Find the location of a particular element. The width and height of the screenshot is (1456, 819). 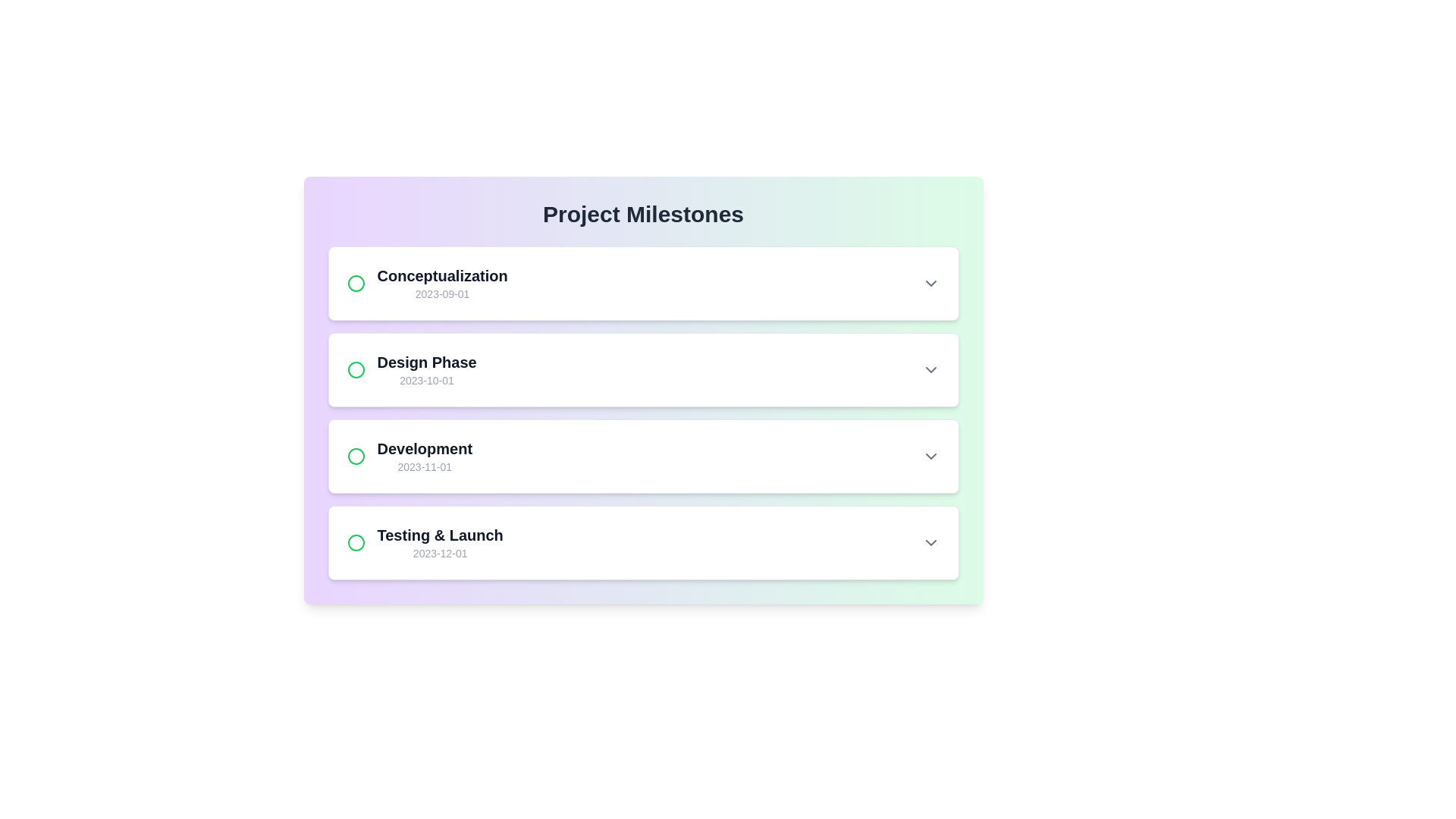

the 'Development' text label in the Project Milestones section, which is the third milestone in the list, displaying the title in bold and the subtitle with the date '2023-11-01' is located at coordinates (425, 455).